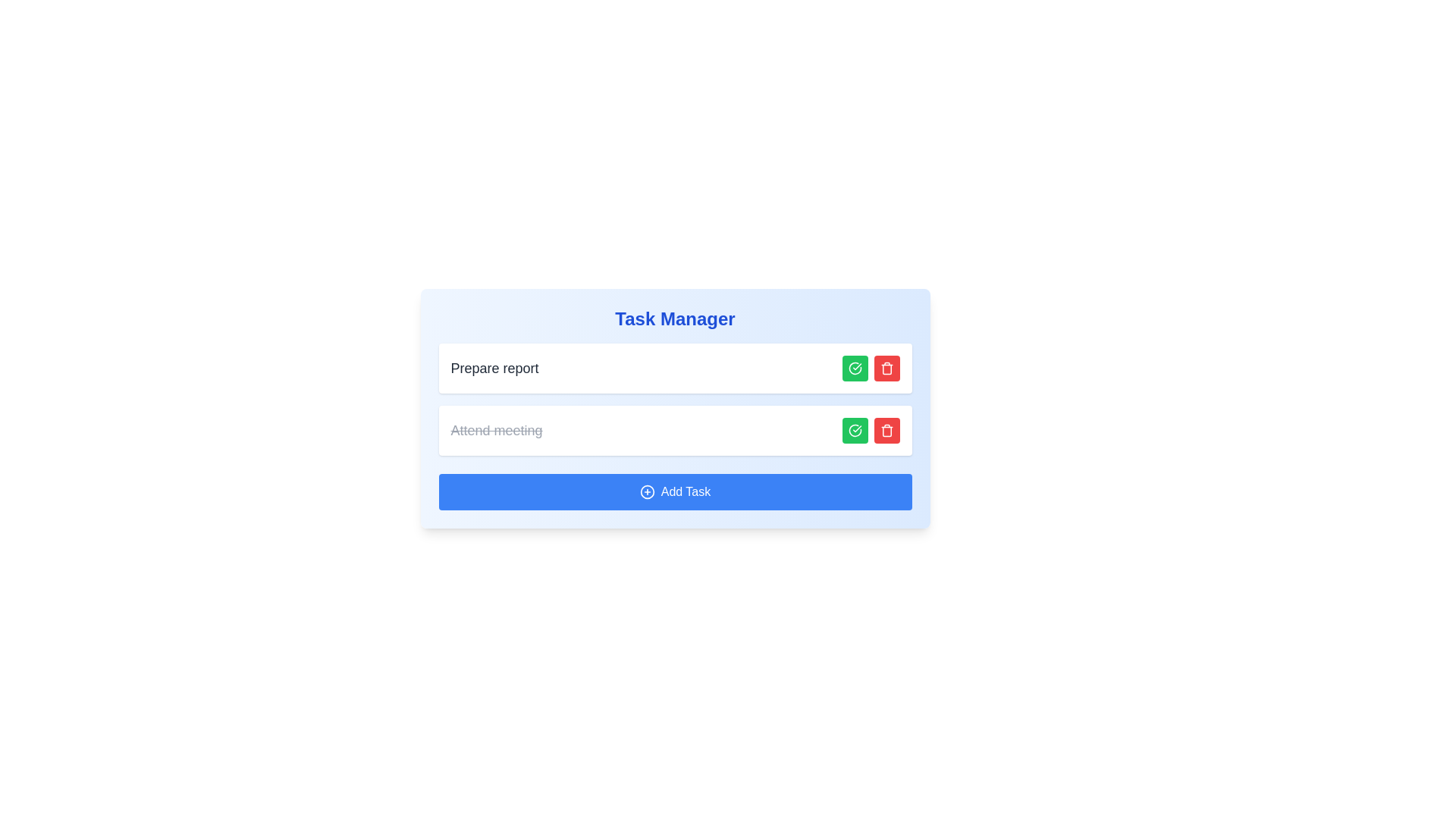 Image resolution: width=1456 pixels, height=819 pixels. I want to click on the delete button located on the right side of the task item row titled 'Prepare report', so click(886, 369).